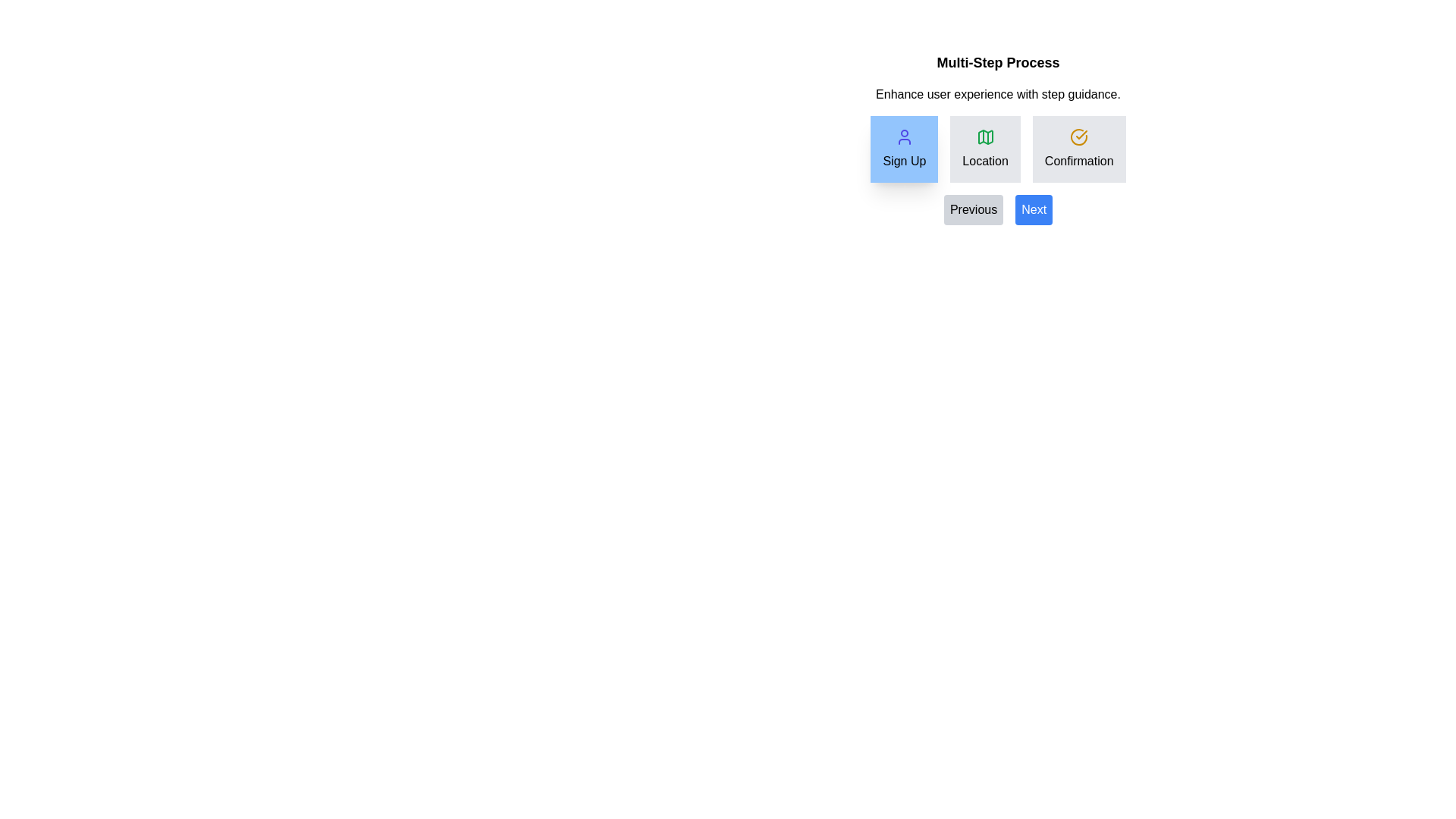 This screenshot has height=819, width=1456. I want to click on the third button from the left in a horizontal row of three buttons located in the top right portion of the interface, which indicates the current or next step in a multi-step process, so click(1078, 149).